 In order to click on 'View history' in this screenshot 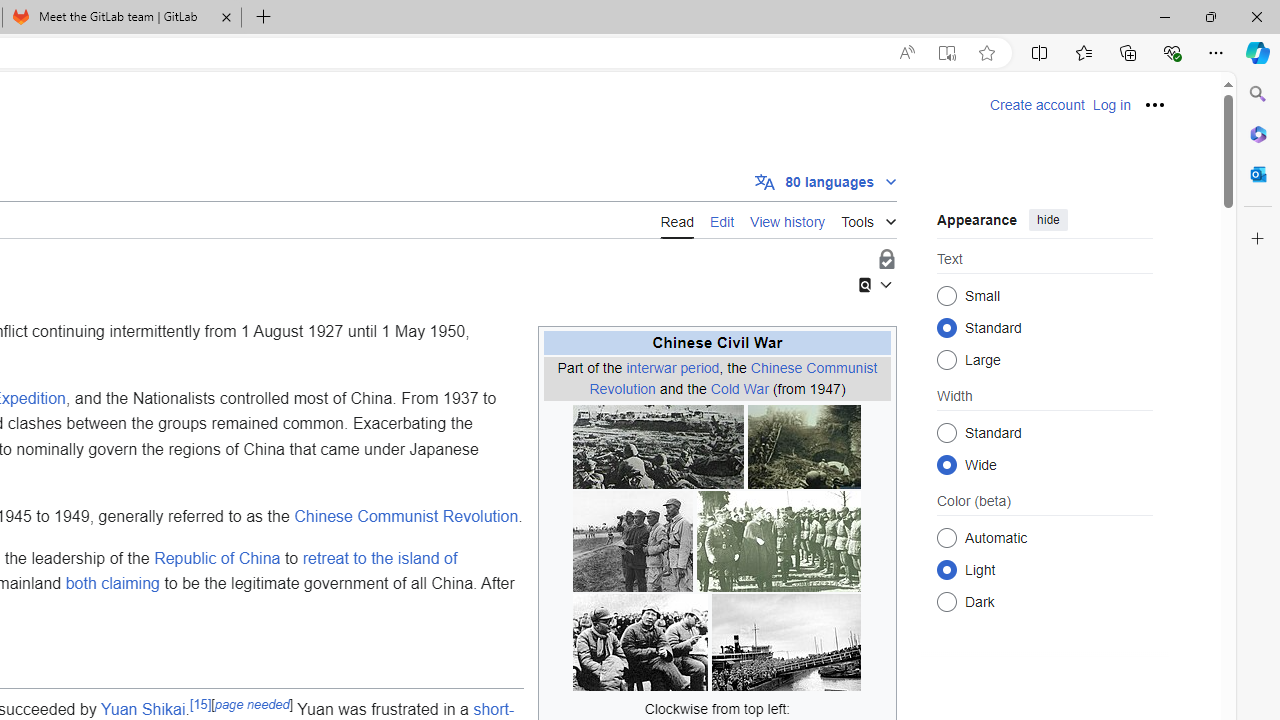, I will do `click(786, 219)`.